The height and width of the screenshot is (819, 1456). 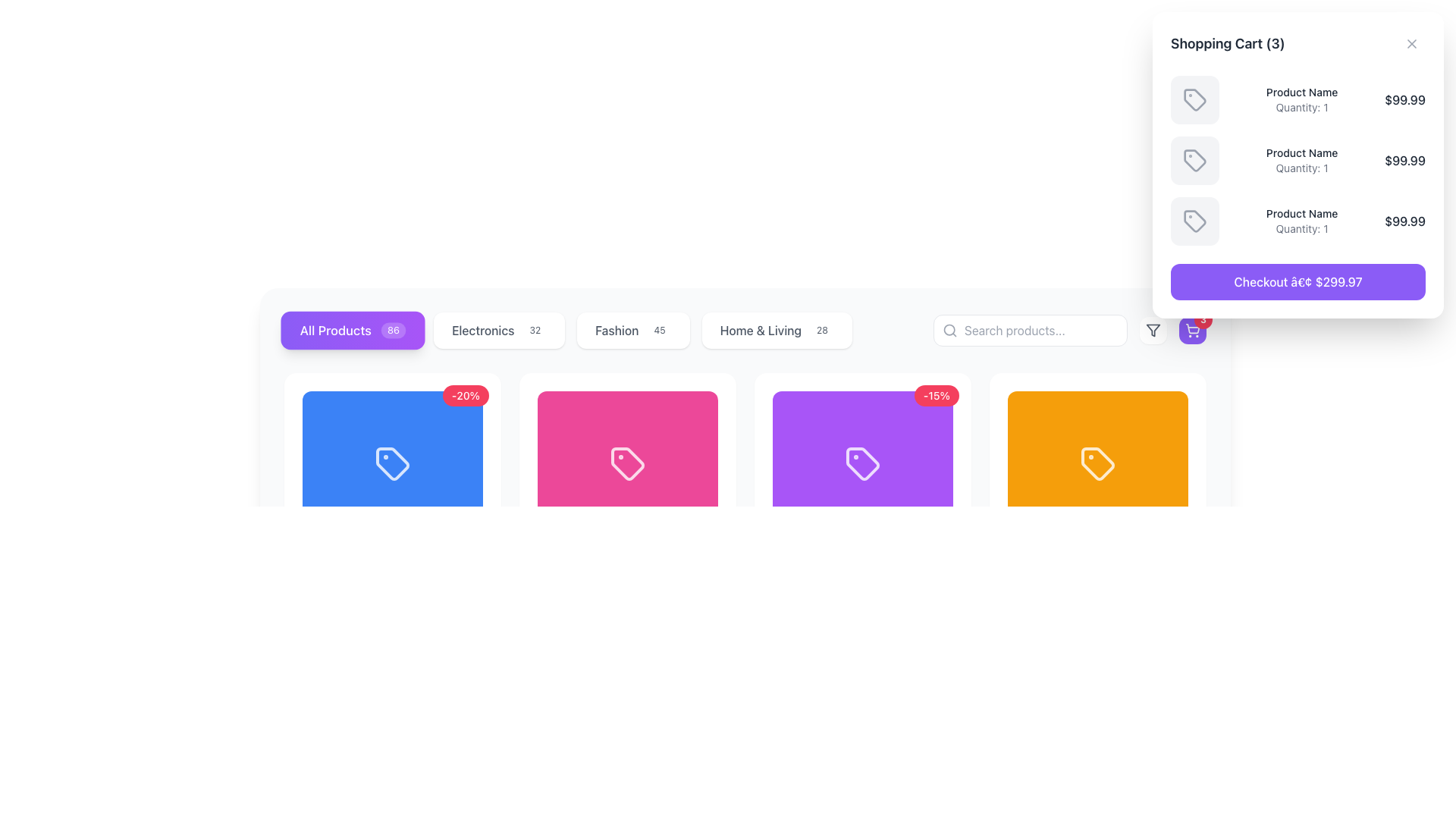 What do you see at coordinates (628, 463) in the screenshot?
I see `the price tag icon rendered in light pink color located in the second position from the left within the vivid pink card under the 'All Products' tab` at bounding box center [628, 463].